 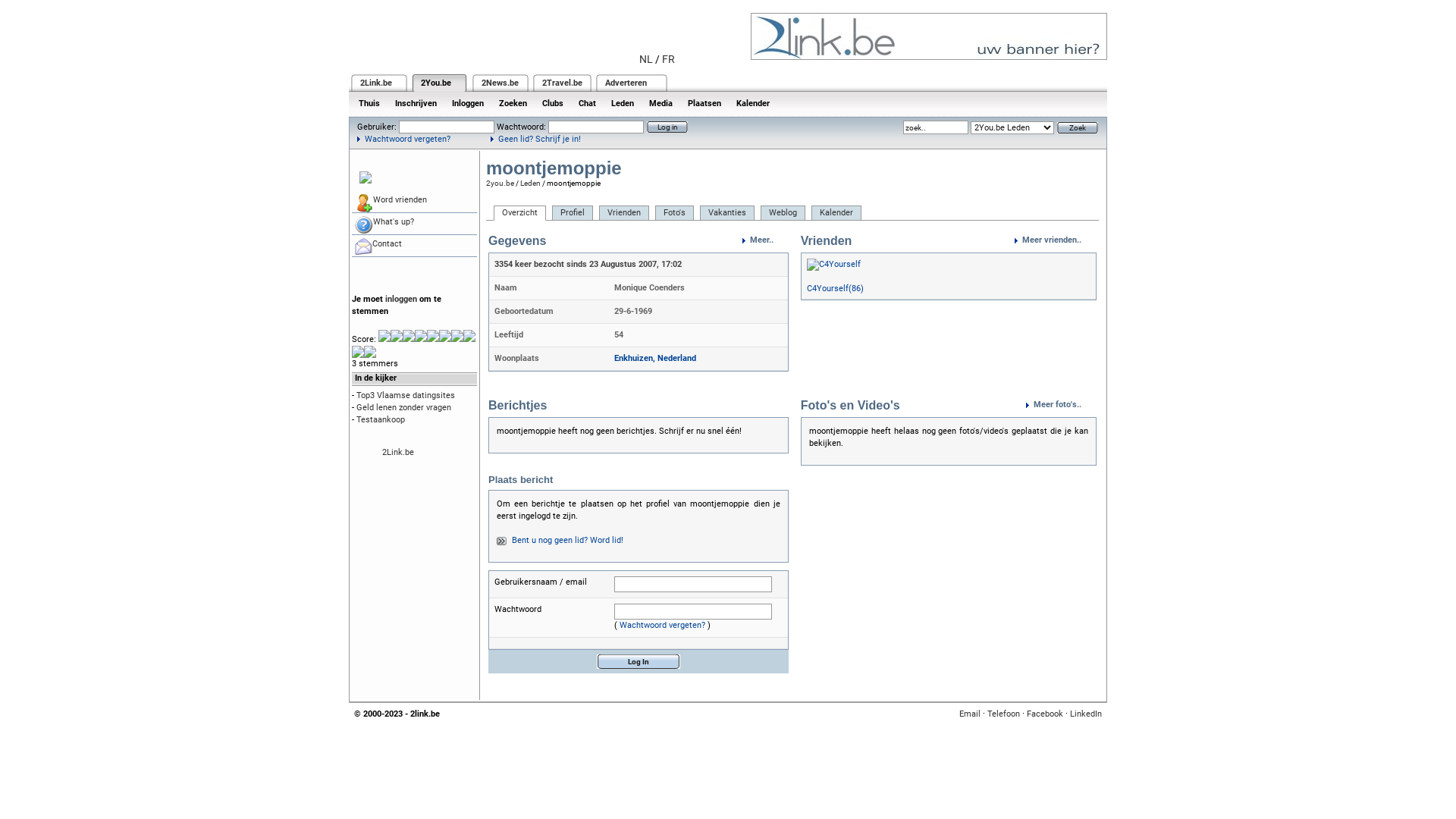 What do you see at coordinates (783, 213) in the screenshot?
I see `'Weblog'` at bounding box center [783, 213].